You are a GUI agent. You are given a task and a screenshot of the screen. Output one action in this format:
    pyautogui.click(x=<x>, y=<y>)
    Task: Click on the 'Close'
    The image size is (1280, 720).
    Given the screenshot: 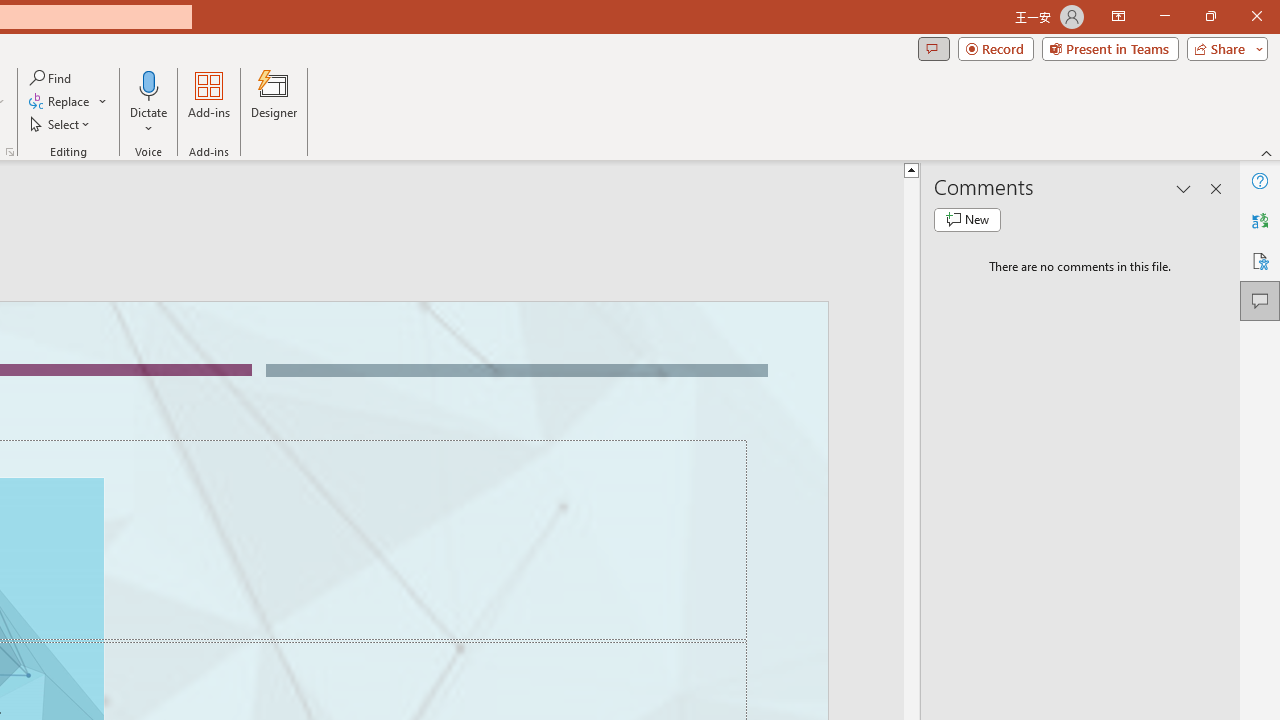 What is the action you would take?
    pyautogui.click(x=1255, y=16)
    